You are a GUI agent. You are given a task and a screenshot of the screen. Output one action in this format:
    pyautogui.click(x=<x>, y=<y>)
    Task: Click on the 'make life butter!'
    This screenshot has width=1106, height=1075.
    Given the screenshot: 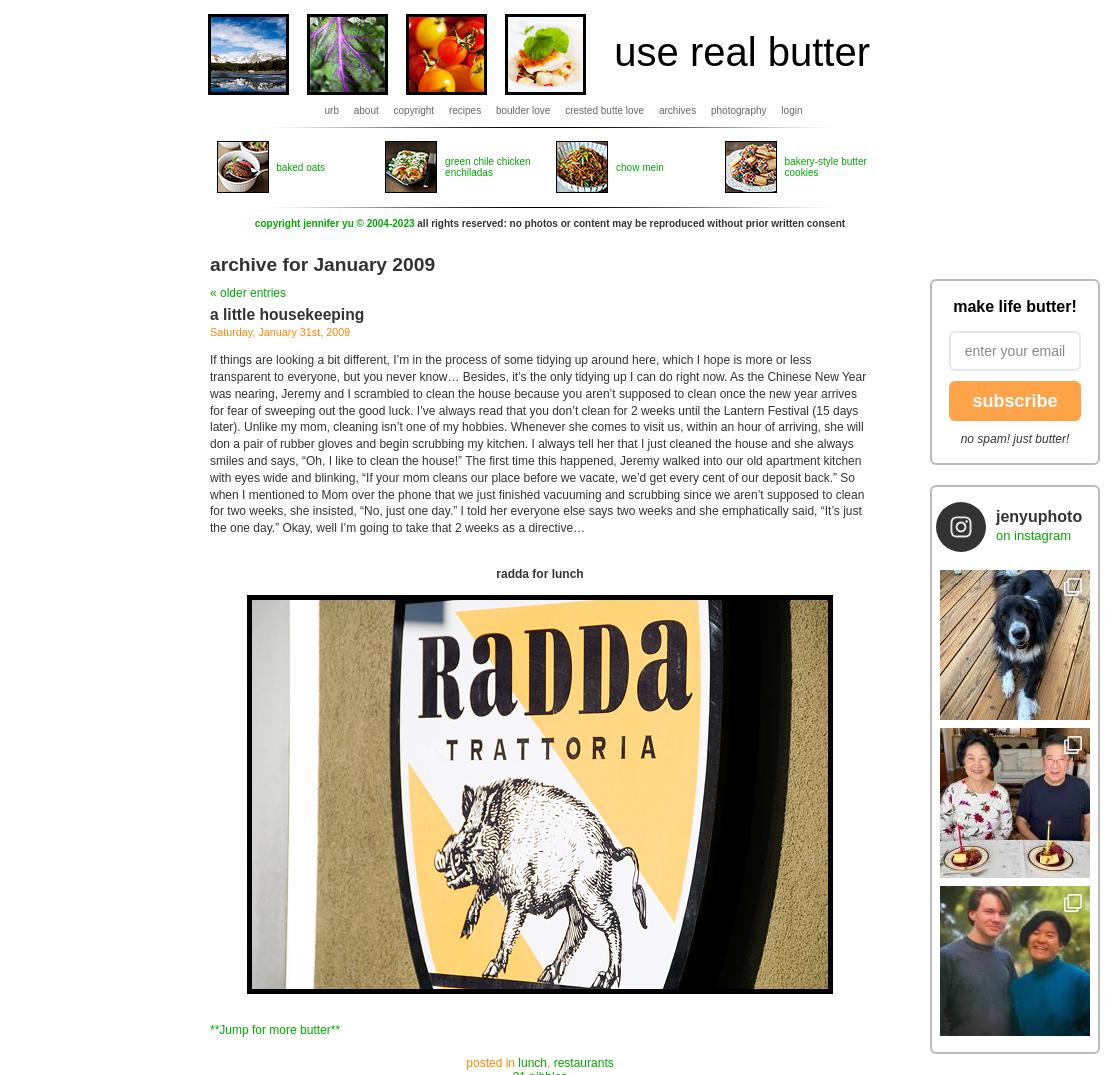 What is the action you would take?
    pyautogui.click(x=1013, y=305)
    